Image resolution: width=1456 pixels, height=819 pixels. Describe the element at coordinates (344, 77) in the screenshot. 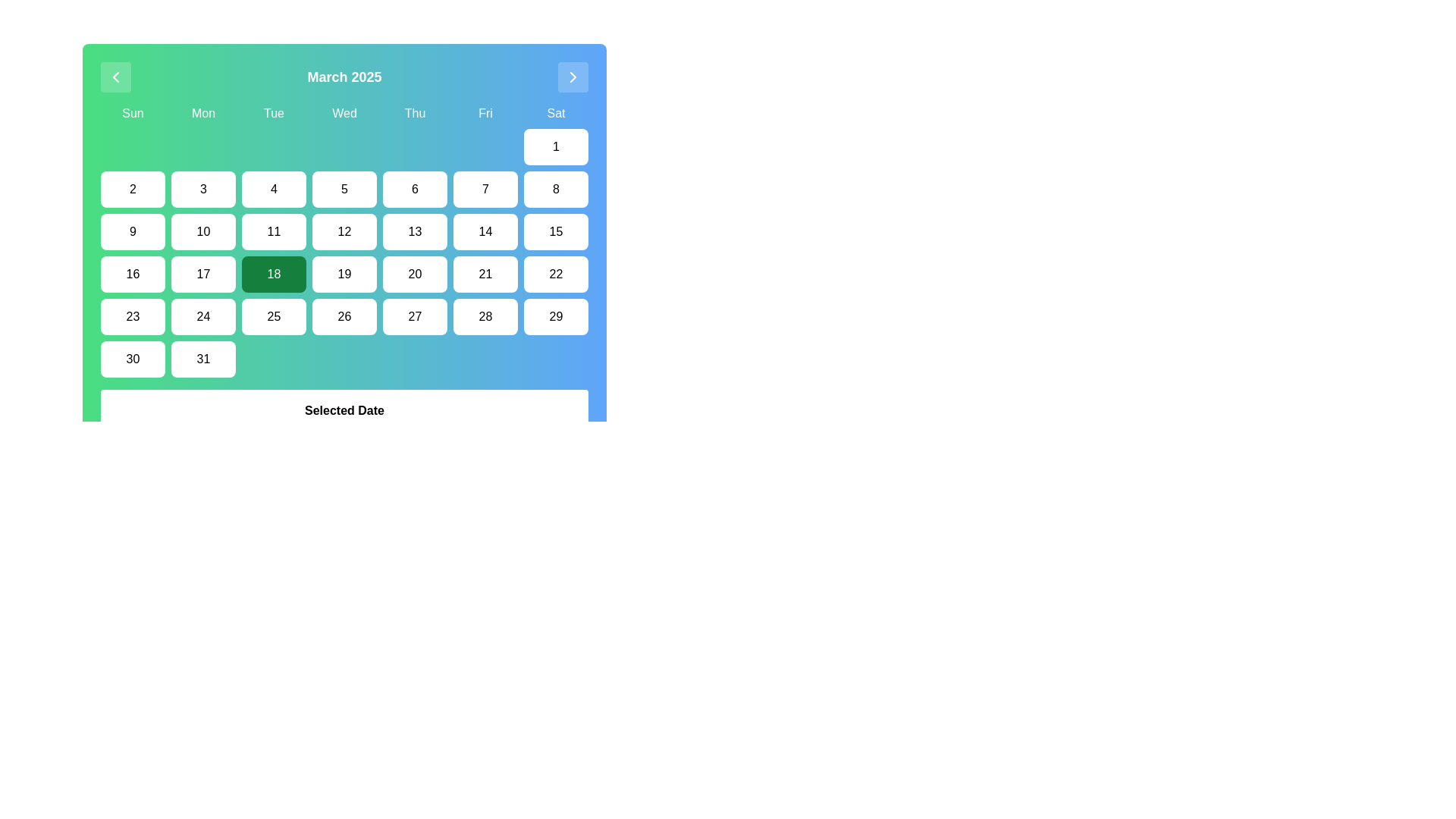

I see `the Label (Text Display) that shows the currently selected month and year in the calendar interface, located centrally in the header section` at that location.